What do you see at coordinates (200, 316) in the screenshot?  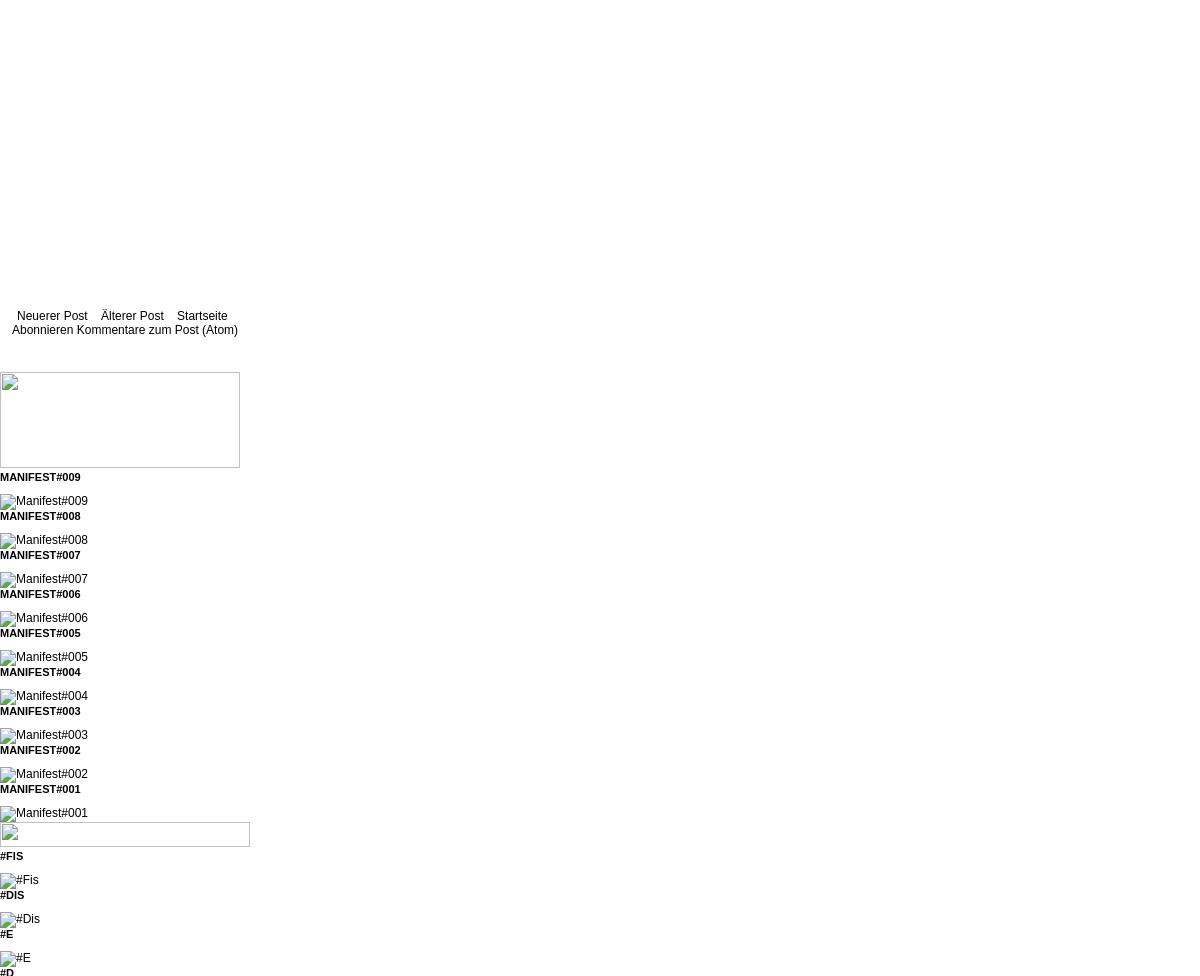 I see `'Startseite'` at bounding box center [200, 316].